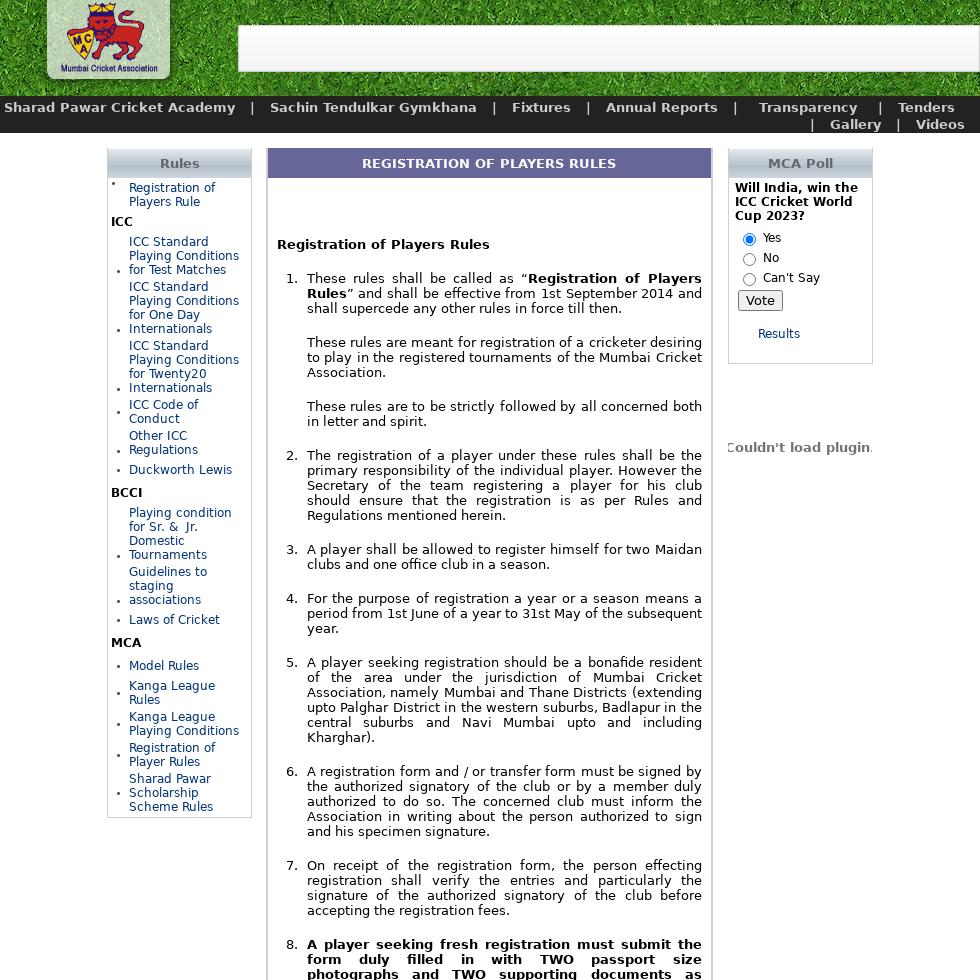  What do you see at coordinates (416, 278) in the screenshot?
I see `'These rules shall be called as “'` at bounding box center [416, 278].